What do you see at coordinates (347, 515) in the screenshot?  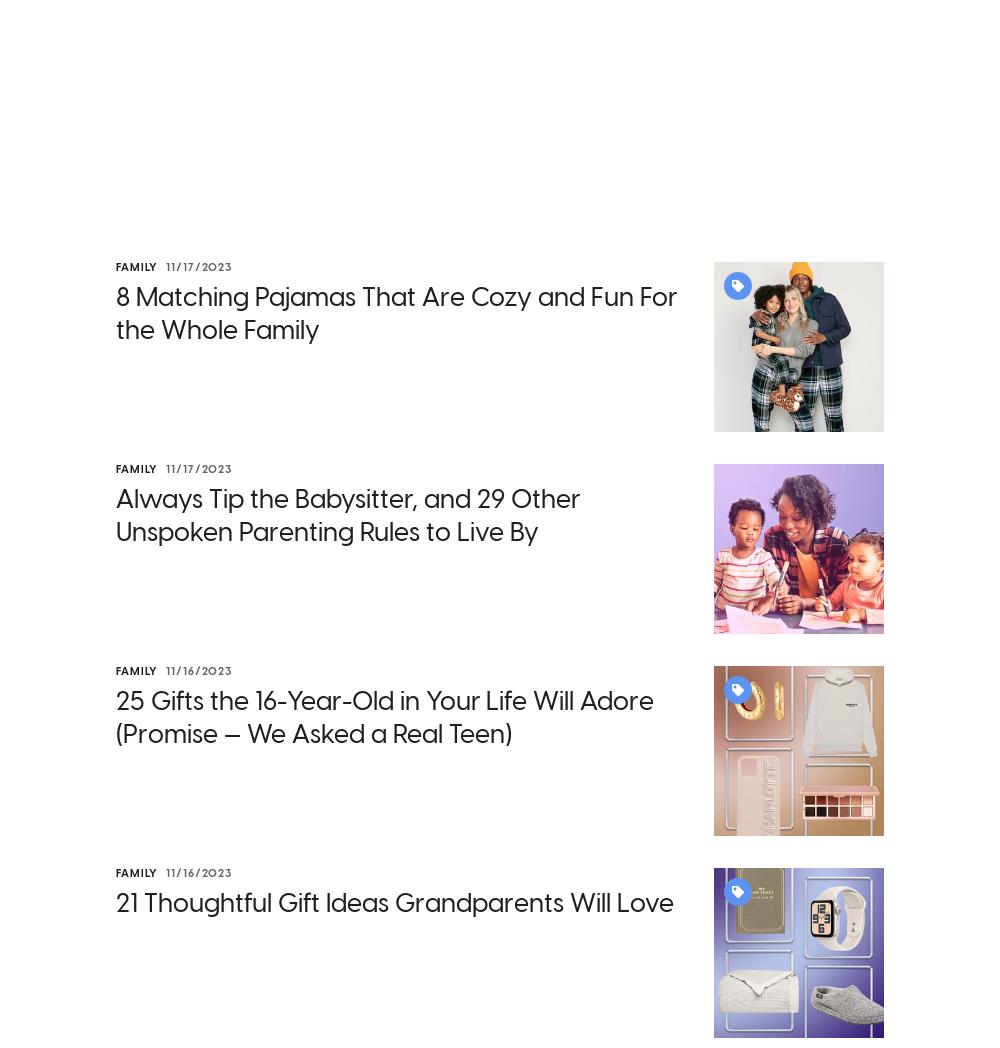 I see `'Always Tip the Babysitter, and 29 Other Unspoken Parenting Rules to Live By'` at bounding box center [347, 515].